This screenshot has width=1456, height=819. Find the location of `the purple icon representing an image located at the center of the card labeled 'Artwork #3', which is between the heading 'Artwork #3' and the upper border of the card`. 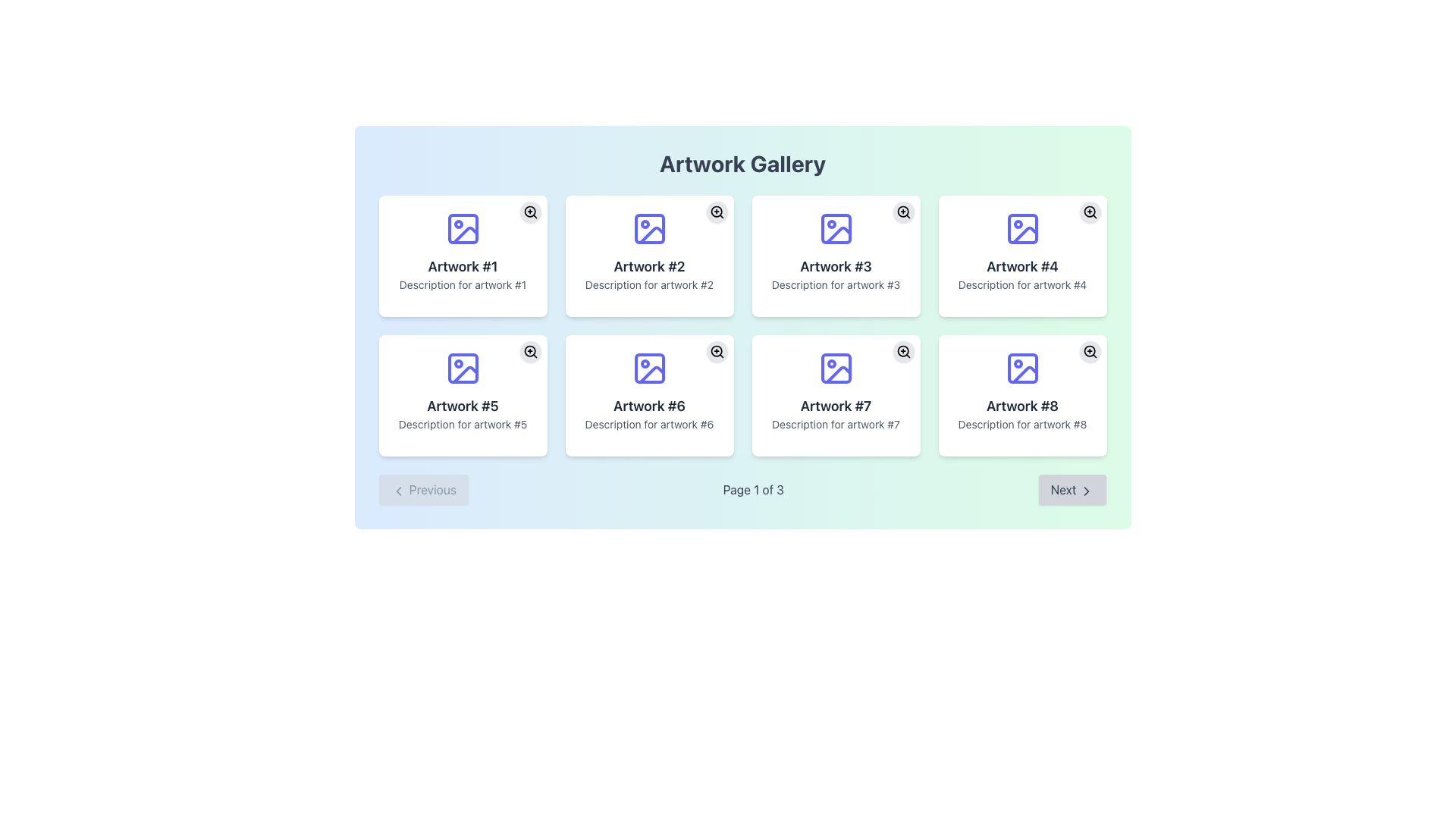

the purple icon representing an image located at the center of the card labeled 'Artwork #3', which is between the heading 'Artwork #3' and the upper border of the card is located at coordinates (835, 228).